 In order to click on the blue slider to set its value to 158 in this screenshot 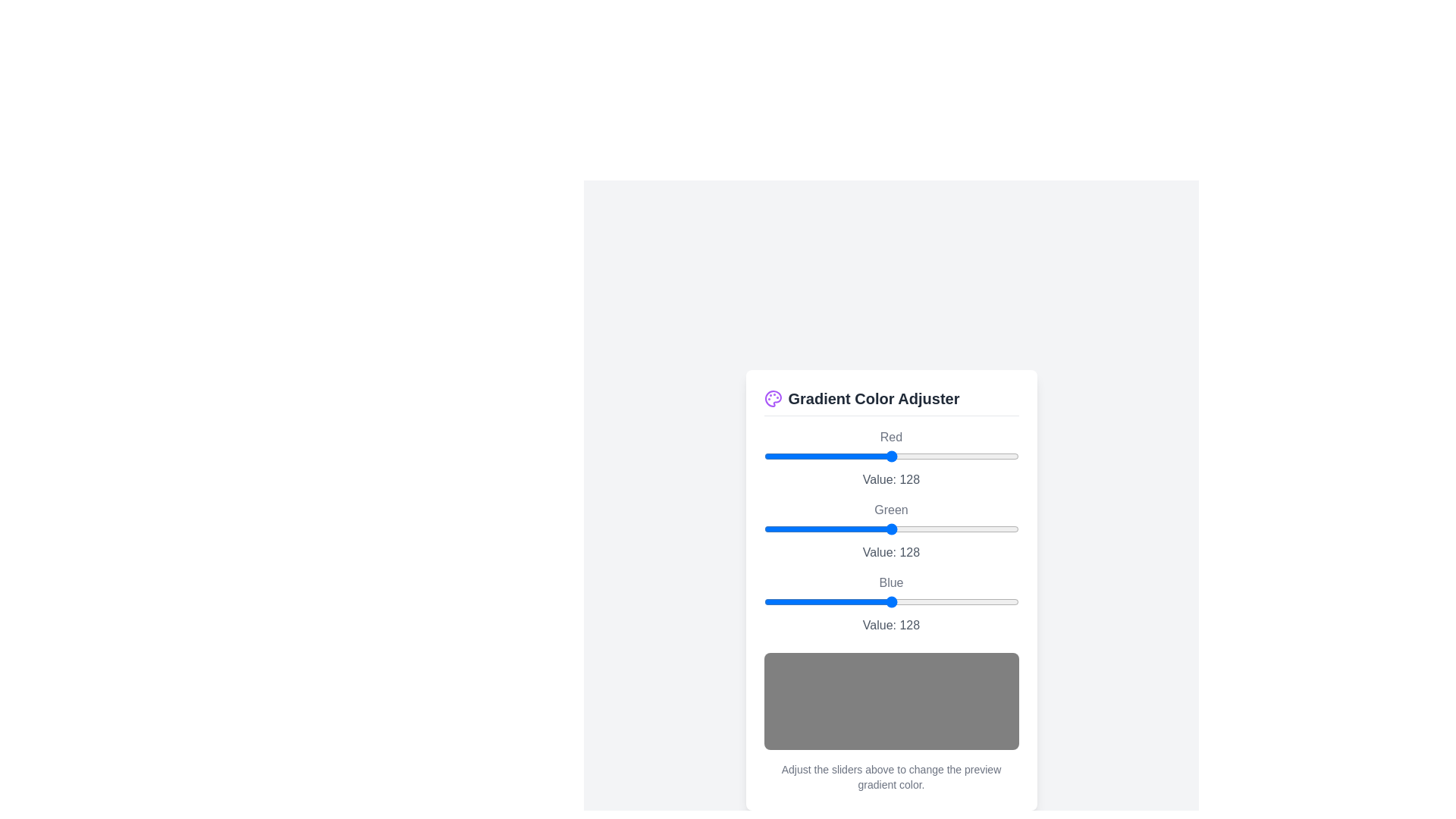, I will do `click(921, 601)`.